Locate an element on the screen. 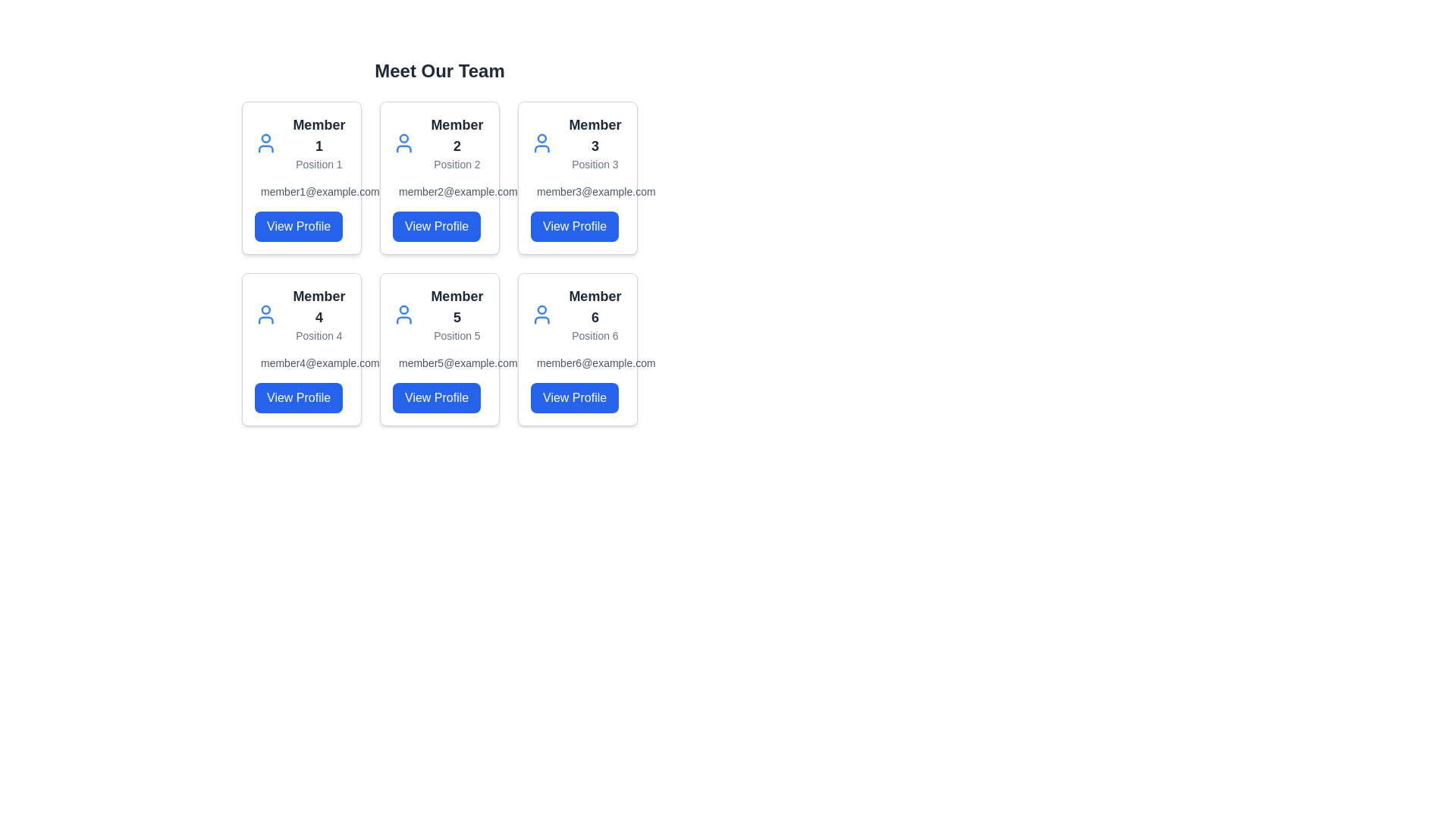 The height and width of the screenshot is (819, 1456). text displayed in the Text Label showing 'Position 4' located in the second row of the grid under the card titled 'Member 4' is located at coordinates (318, 335).